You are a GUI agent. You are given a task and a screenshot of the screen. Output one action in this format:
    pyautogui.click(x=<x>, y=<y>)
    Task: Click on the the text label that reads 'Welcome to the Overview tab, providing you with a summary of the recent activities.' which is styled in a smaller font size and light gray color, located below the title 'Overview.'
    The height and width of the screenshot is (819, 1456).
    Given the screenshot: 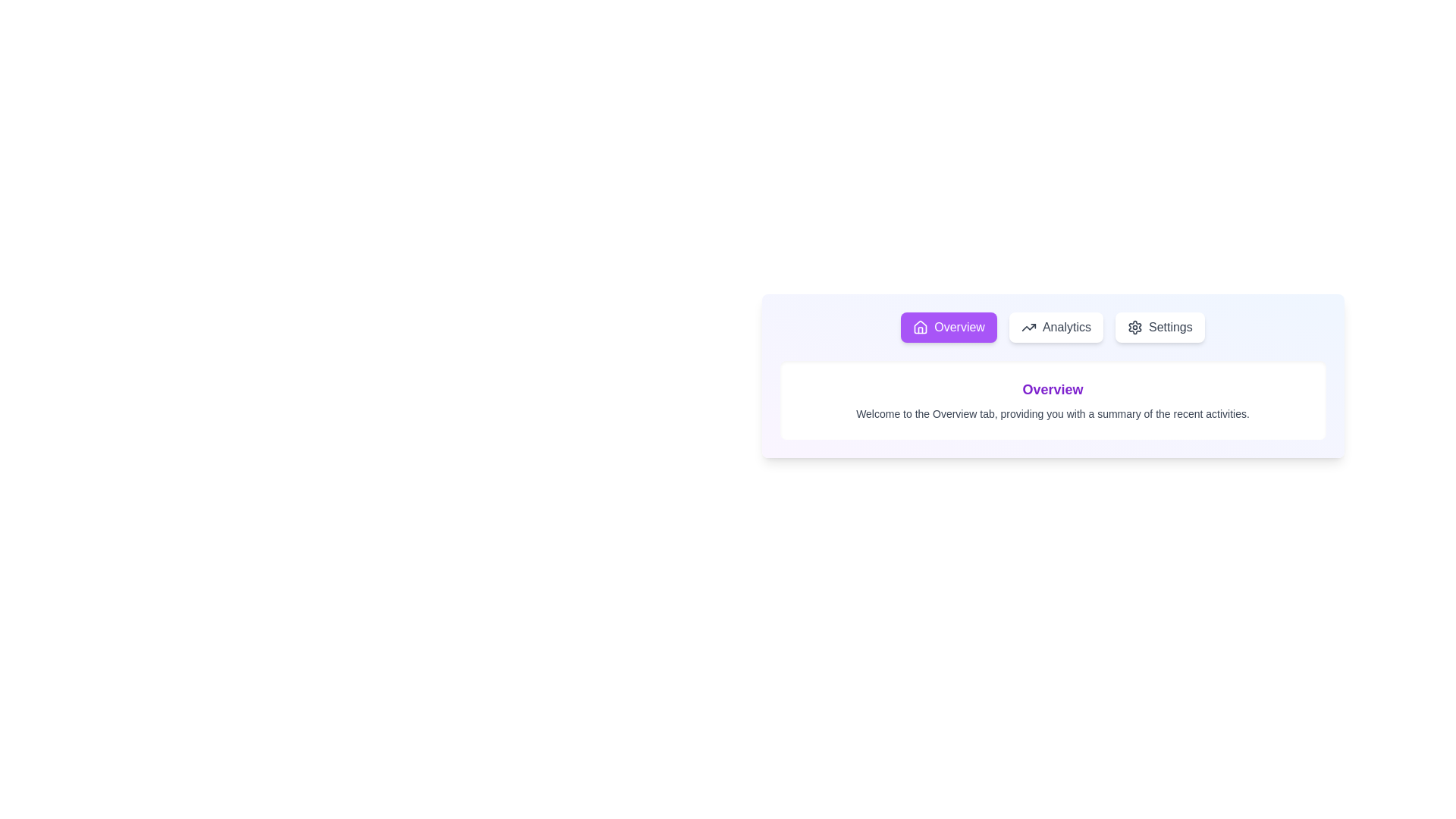 What is the action you would take?
    pyautogui.click(x=1052, y=414)
    